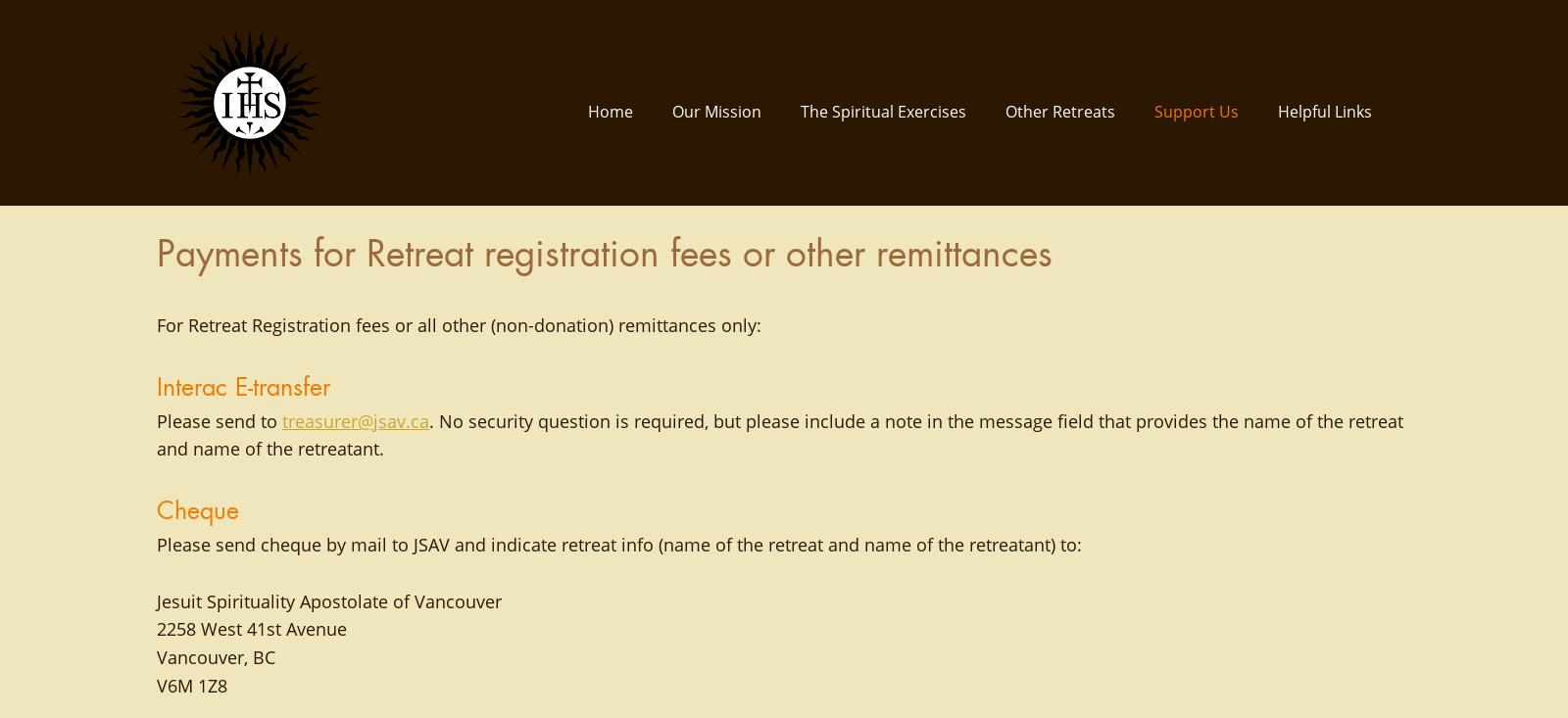 The height and width of the screenshot is (718, 1568). What do you see at coordinates (251, 628) in the screenshot?
I see `'2258 West 41st Avenue'` at bounding box center [251, 628].